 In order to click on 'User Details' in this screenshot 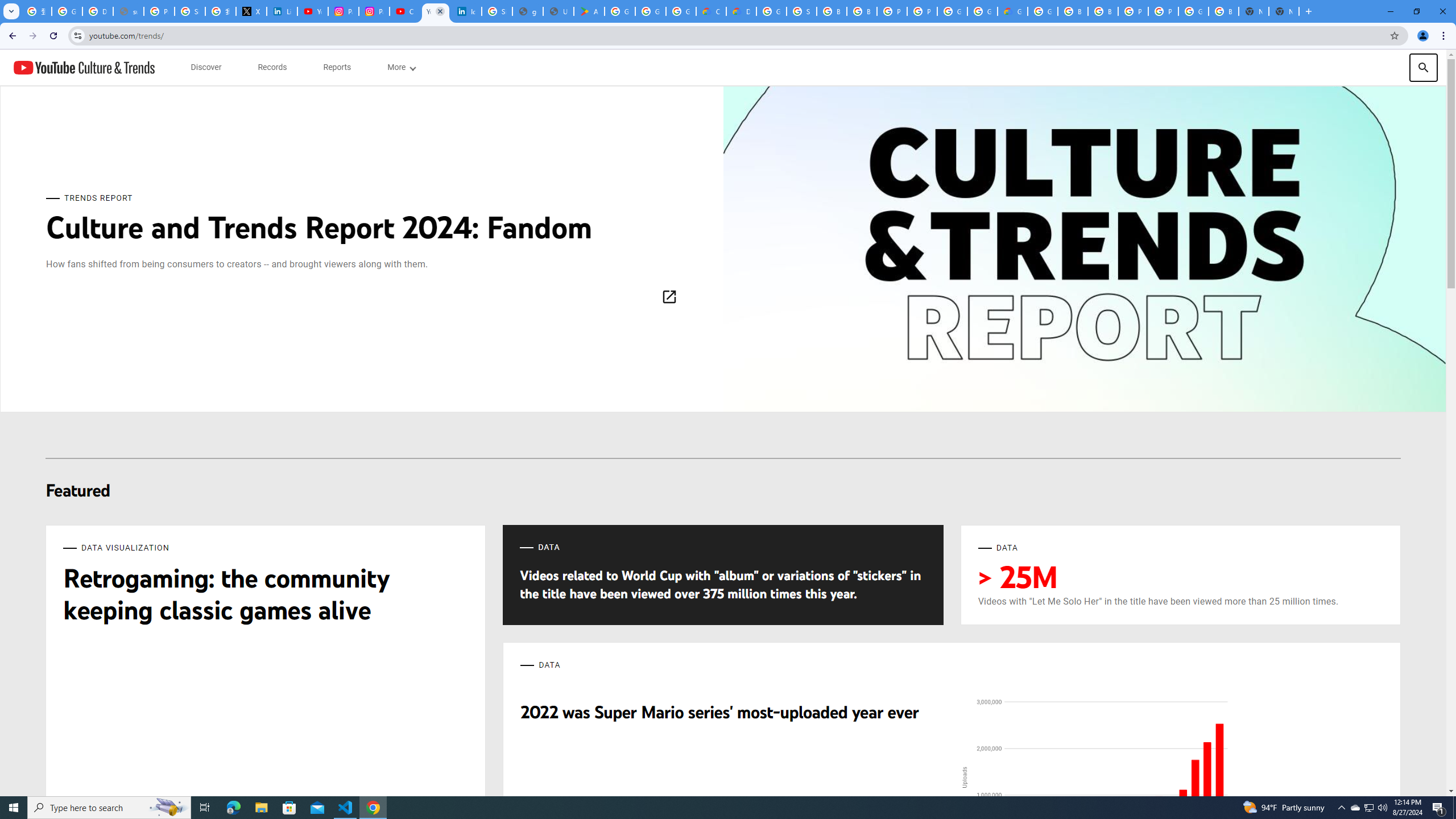, I will do `click(559, 11)`.